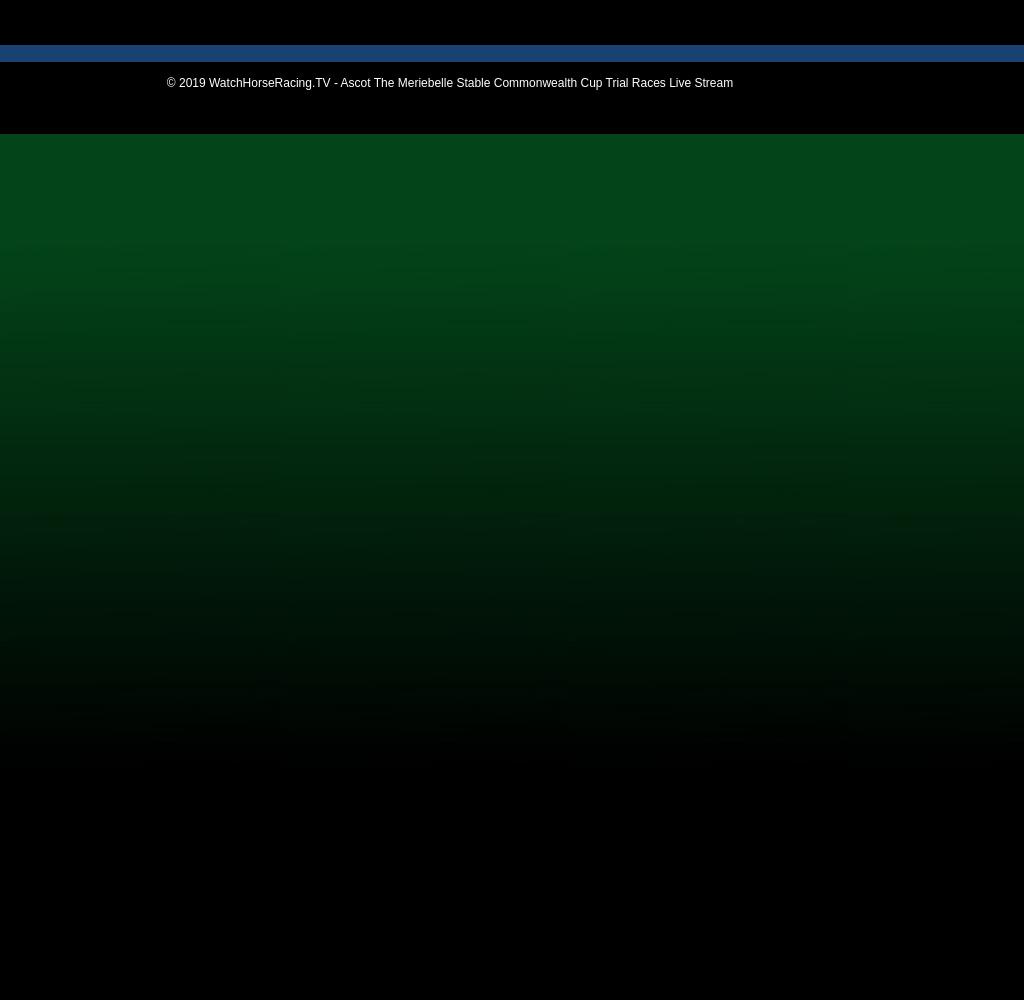  What do you see at coordinates (45, 478) in the screenshot?
I see `'Taree'` at bounding box center [45, 478].